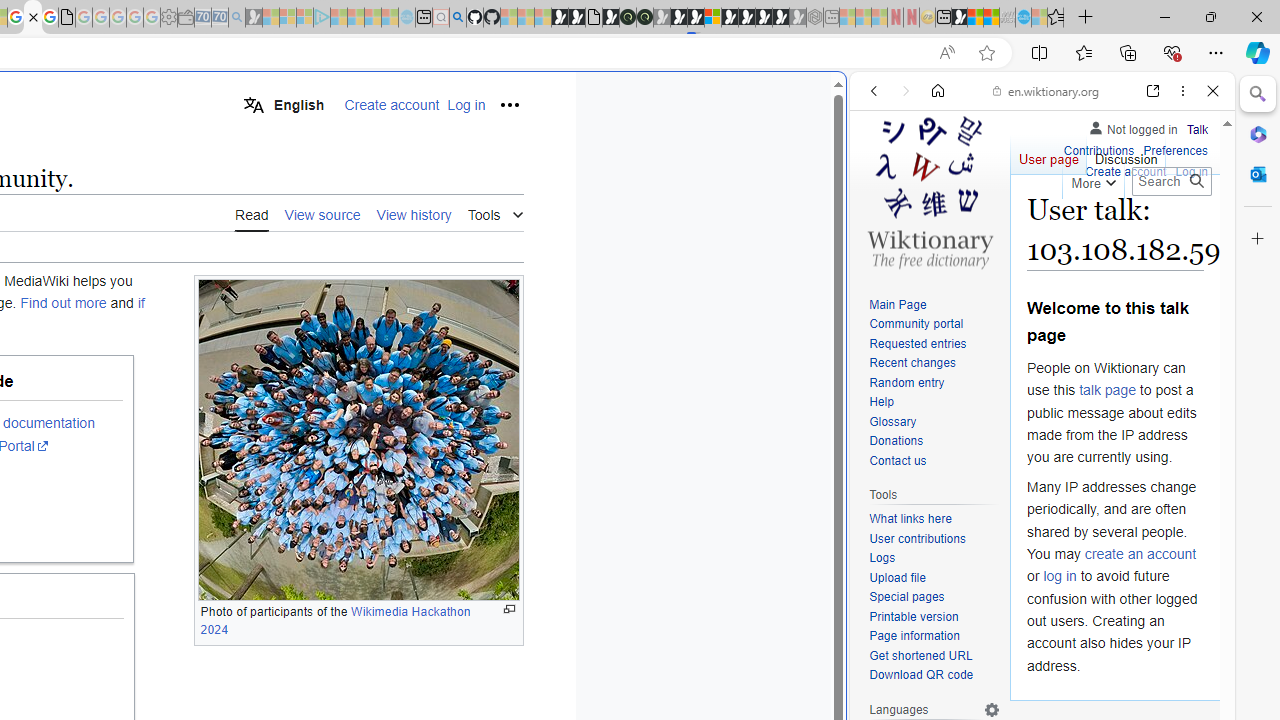  I want to click on 'Get shortened URL', so click(934, 656).